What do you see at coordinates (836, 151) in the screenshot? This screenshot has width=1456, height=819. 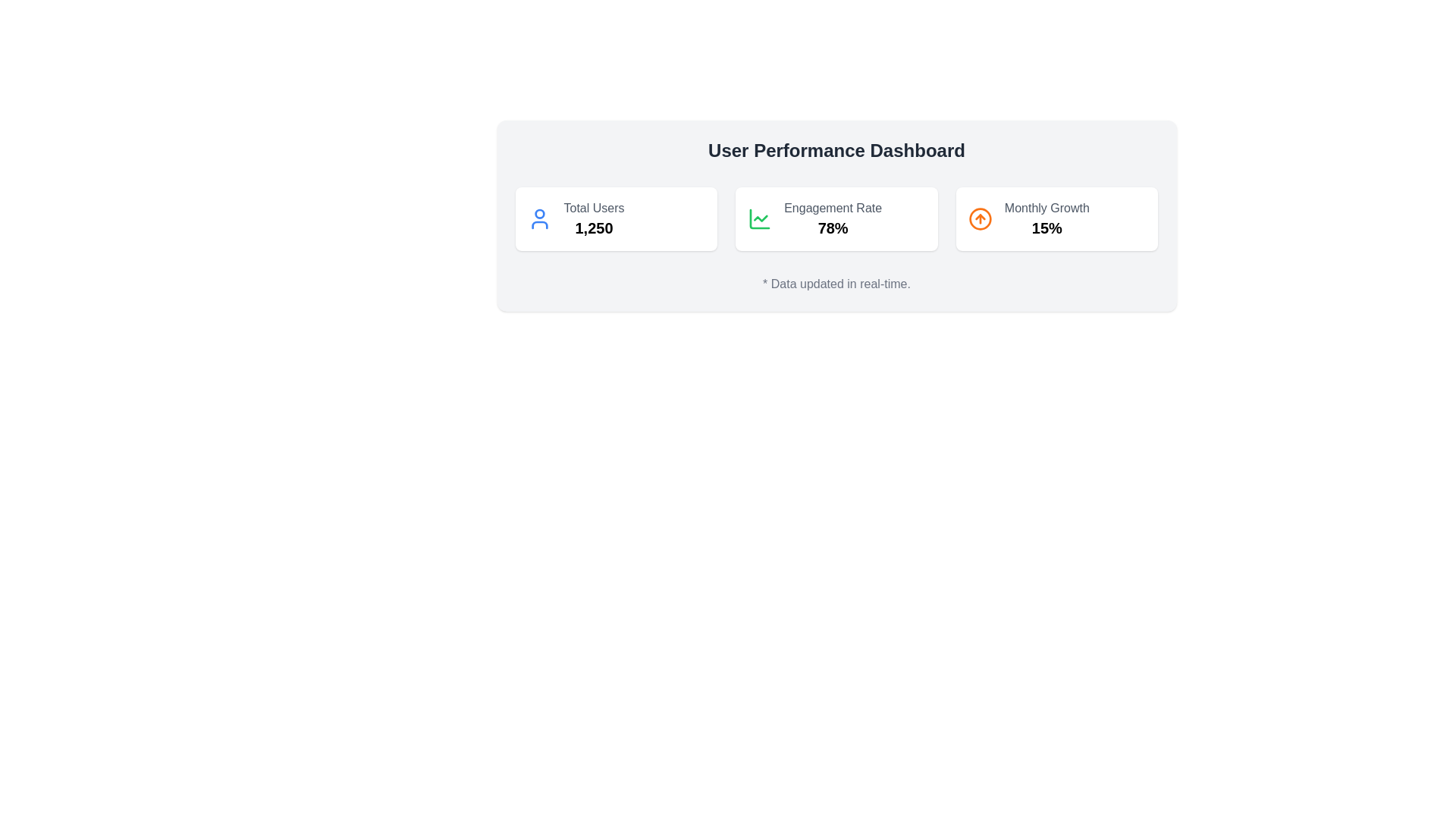 I see `header text reading 'User Performance Dashboard', which is styled in bold and large font located at the top of the card layout` at bounding box center [836, 151].